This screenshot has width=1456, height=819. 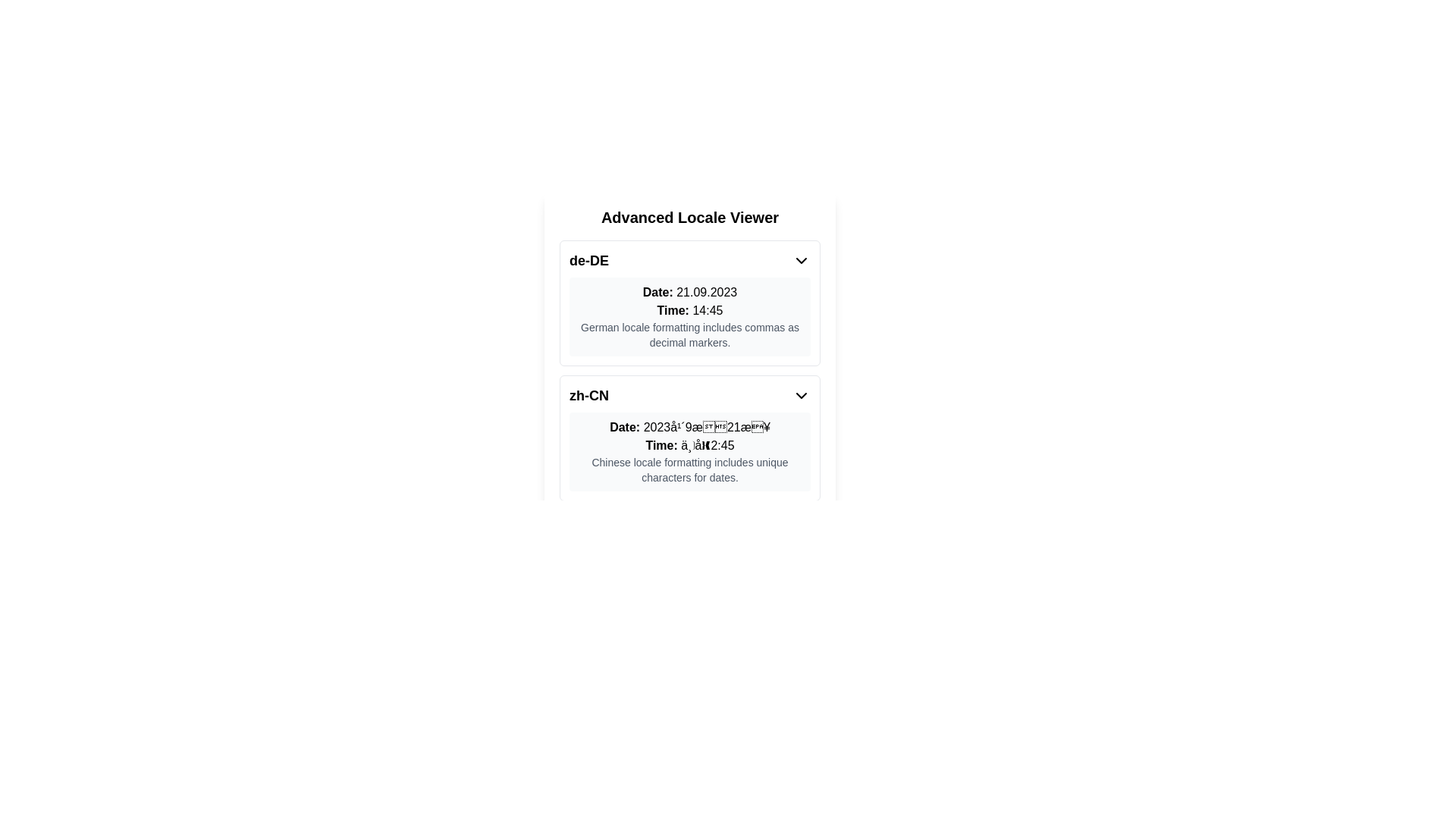 I want to click on the text label displaying 'Time:' which is styled in bold and located to the left of the time value '14:45', so click(x=672, y=309).